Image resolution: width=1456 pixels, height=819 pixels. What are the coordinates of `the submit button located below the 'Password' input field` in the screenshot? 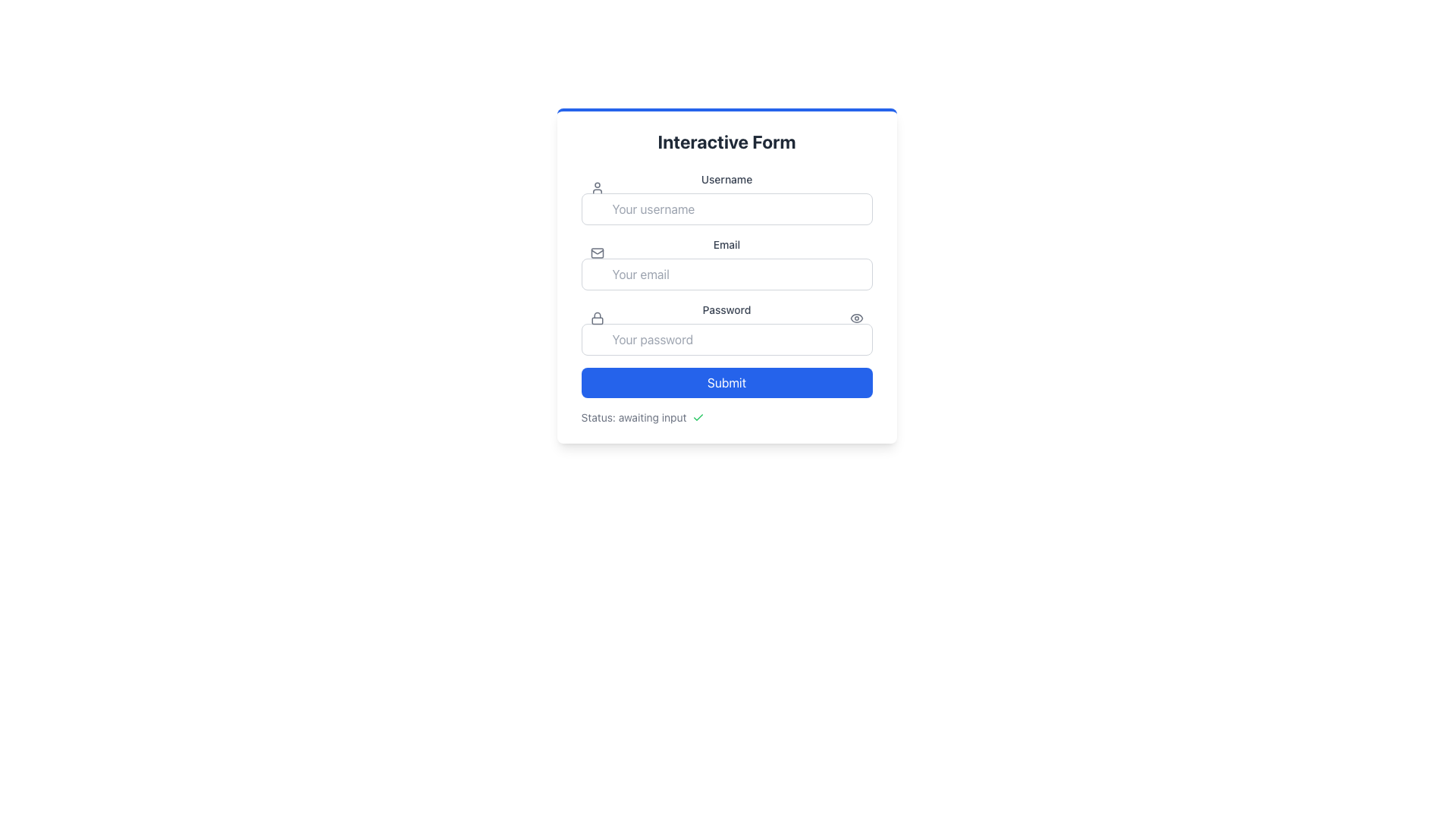 It's located at (726, 382).